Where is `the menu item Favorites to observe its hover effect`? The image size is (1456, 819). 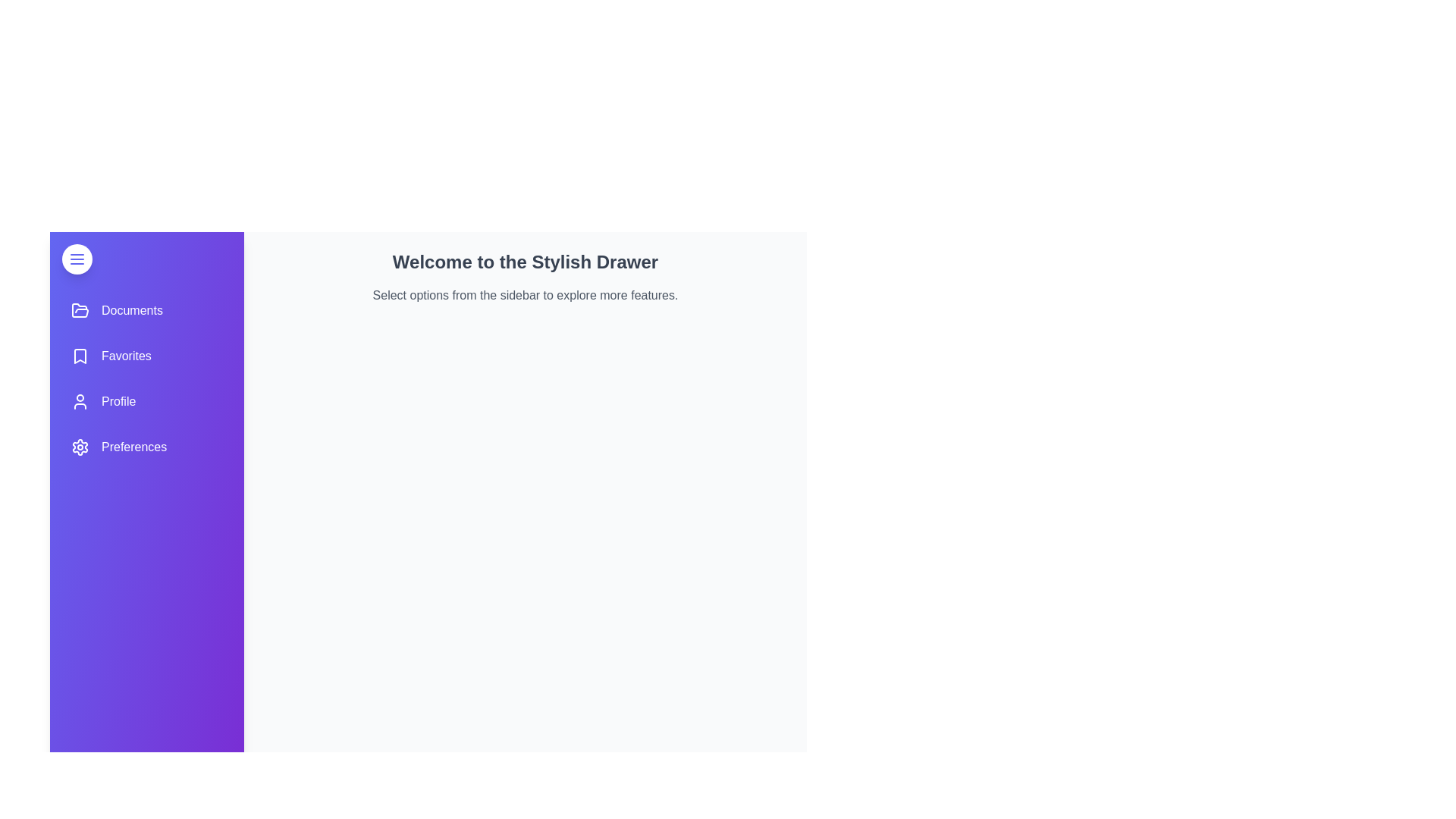 the menu item Favorites to observe its hover effect is located at coordinates (146, 356).